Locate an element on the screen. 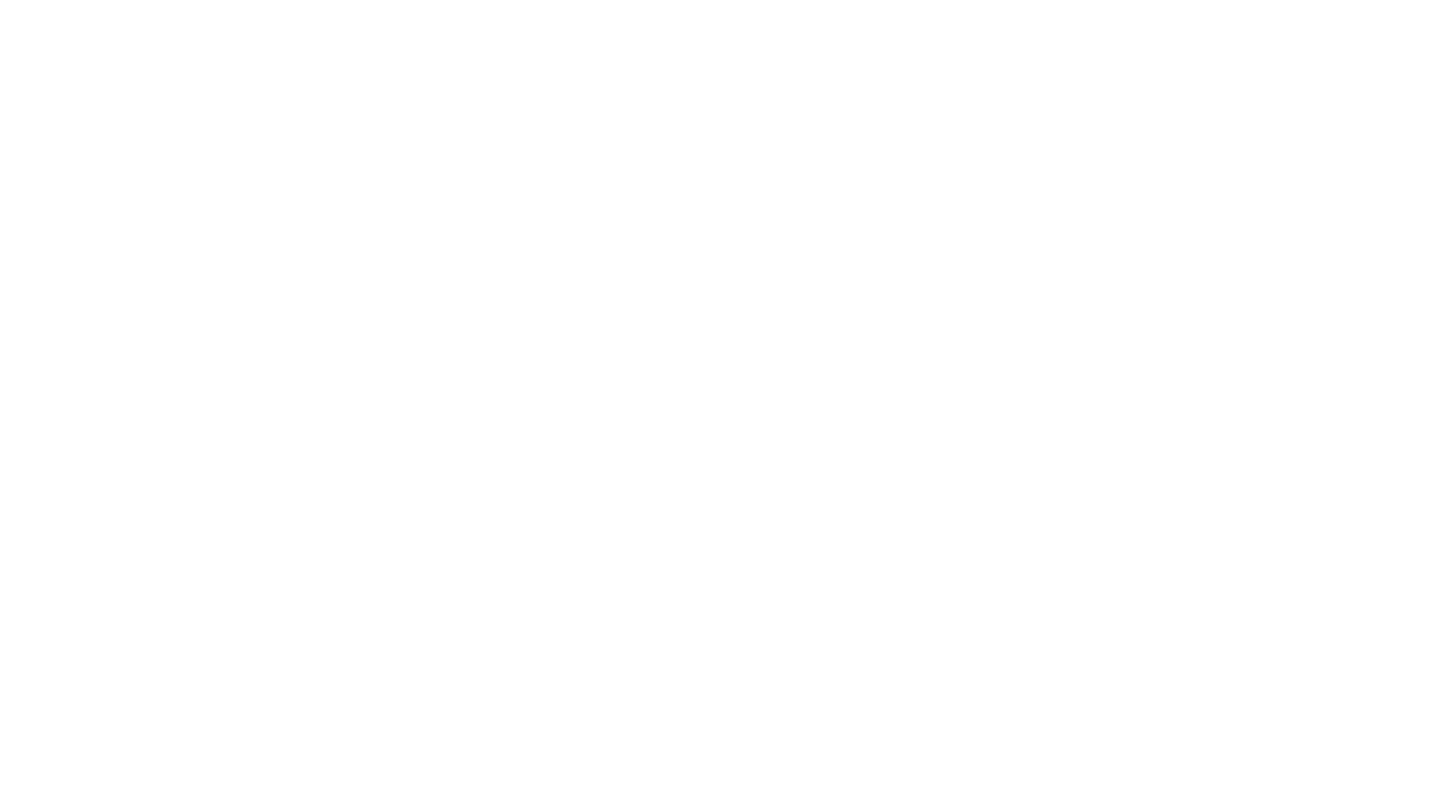  '©2023 Heart Hospital of New Mexico | Lovelace Medical Center' is located at coordinates (1299, 783).